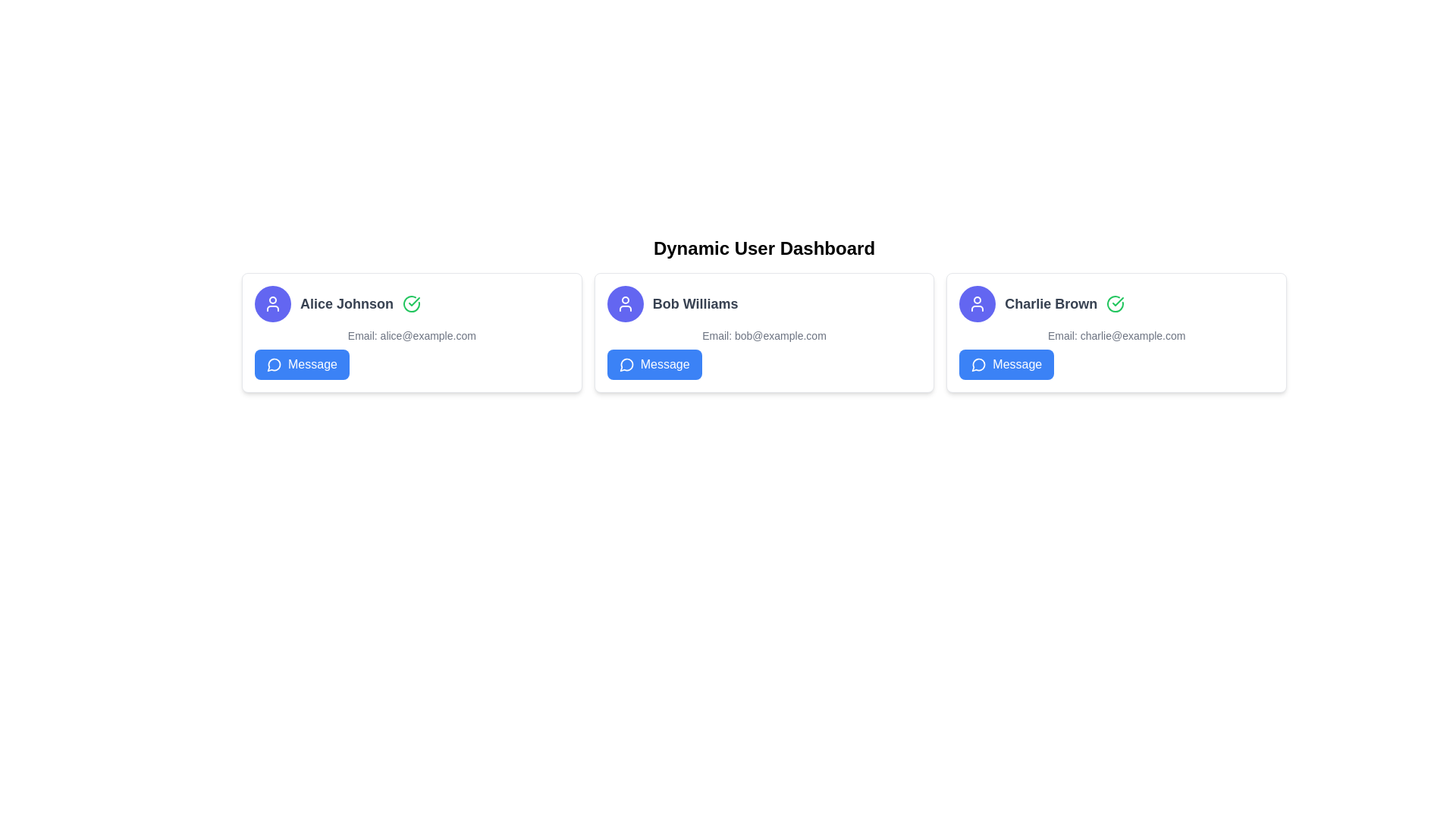 The width and height of the screenshot is (1456, 819). Describe the element at coordinates (1116, 304) in the screenshot. I see `the checkmark icon indicating that the profile of 'Charlie Brown' is verified, located at the rightmost position in the row of user cards` at that location.